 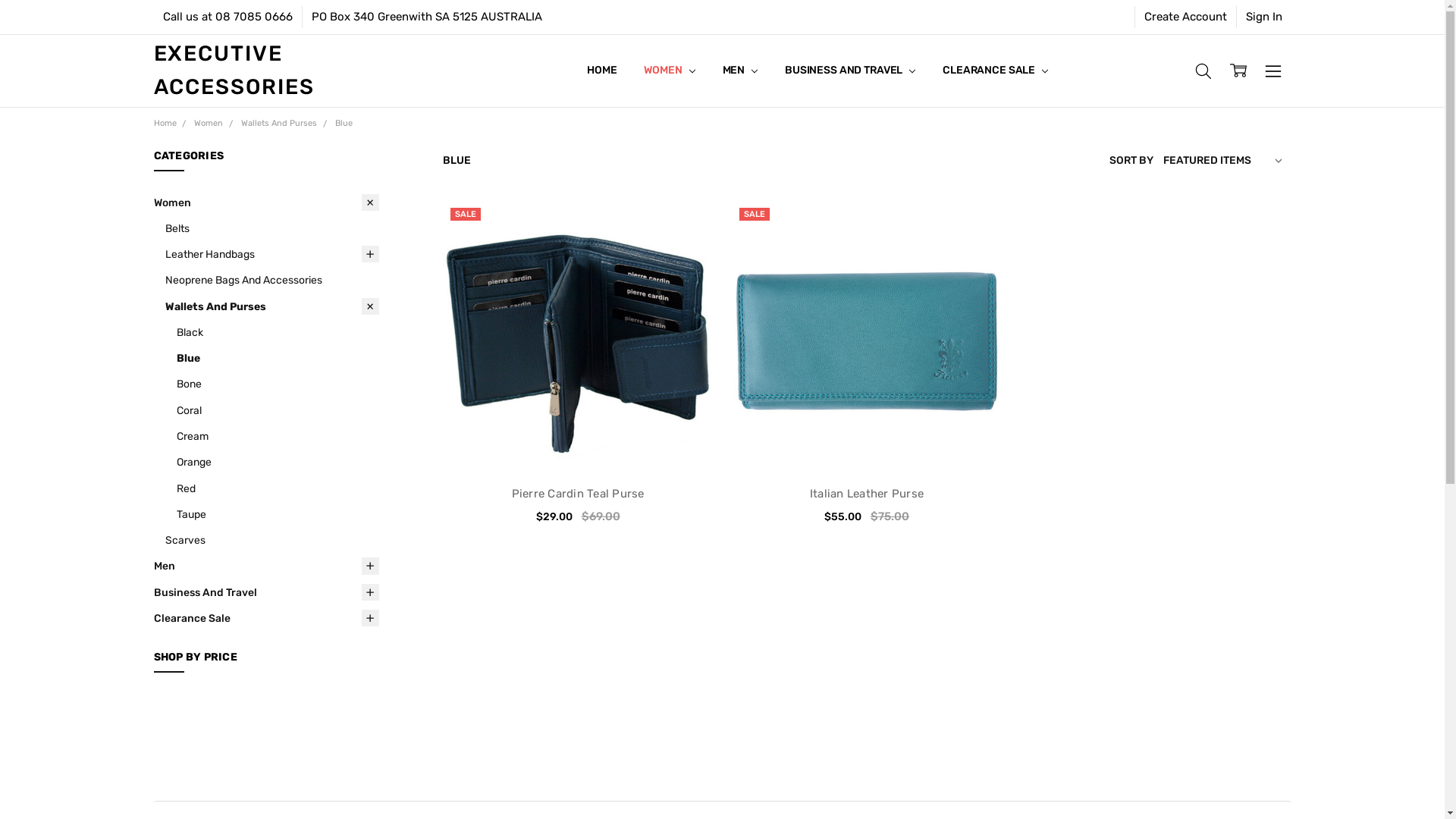 I want to click on 'Home', so click(x=152, y=122).